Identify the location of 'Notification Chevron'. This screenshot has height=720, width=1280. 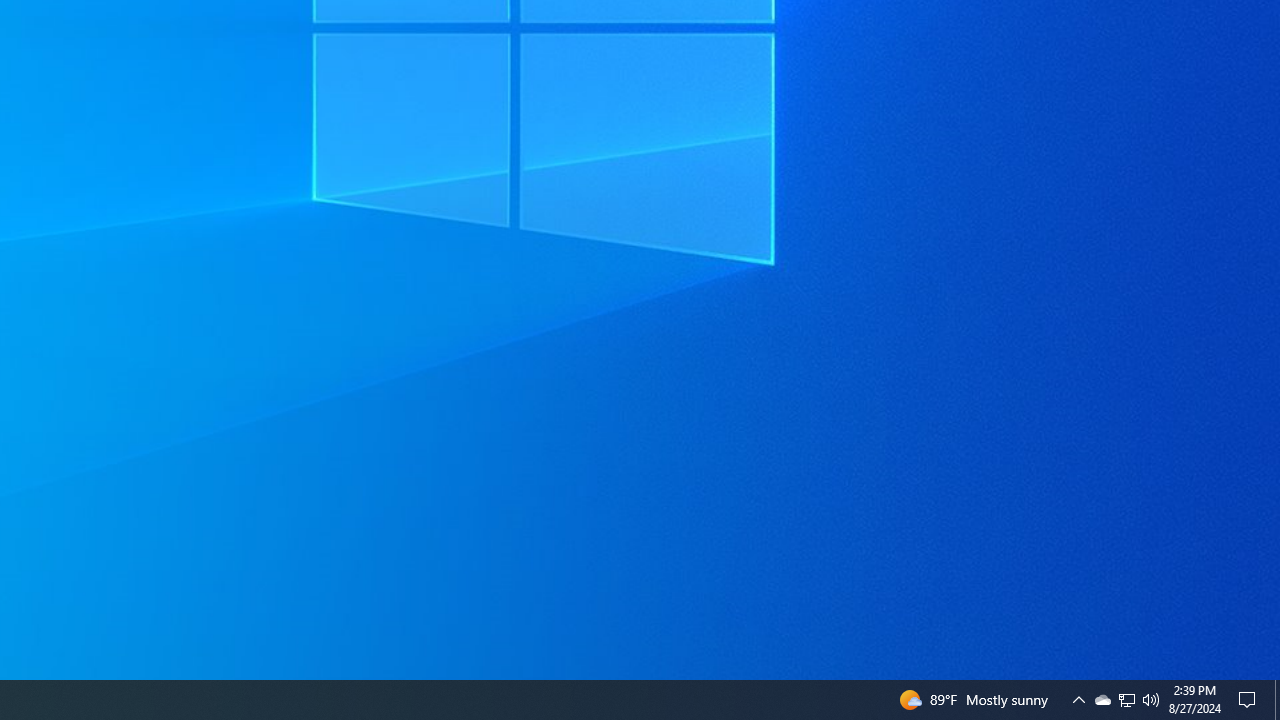
(1127, 698).